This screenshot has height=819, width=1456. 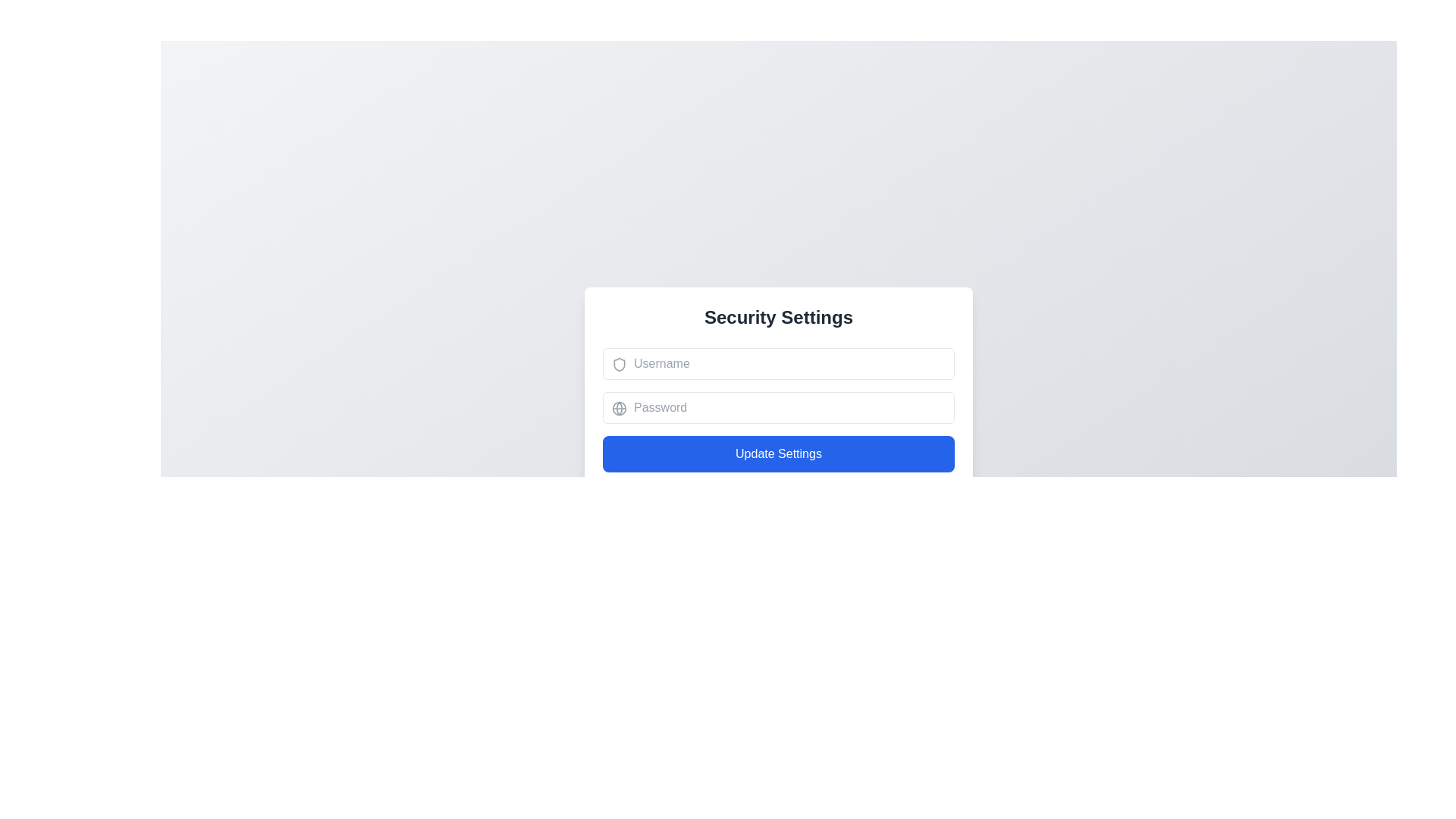 I want to click on the central circular shape of the globe icon located next to the 'Password' input field in the 'Security Settings' section, so click(x=619, y=406).